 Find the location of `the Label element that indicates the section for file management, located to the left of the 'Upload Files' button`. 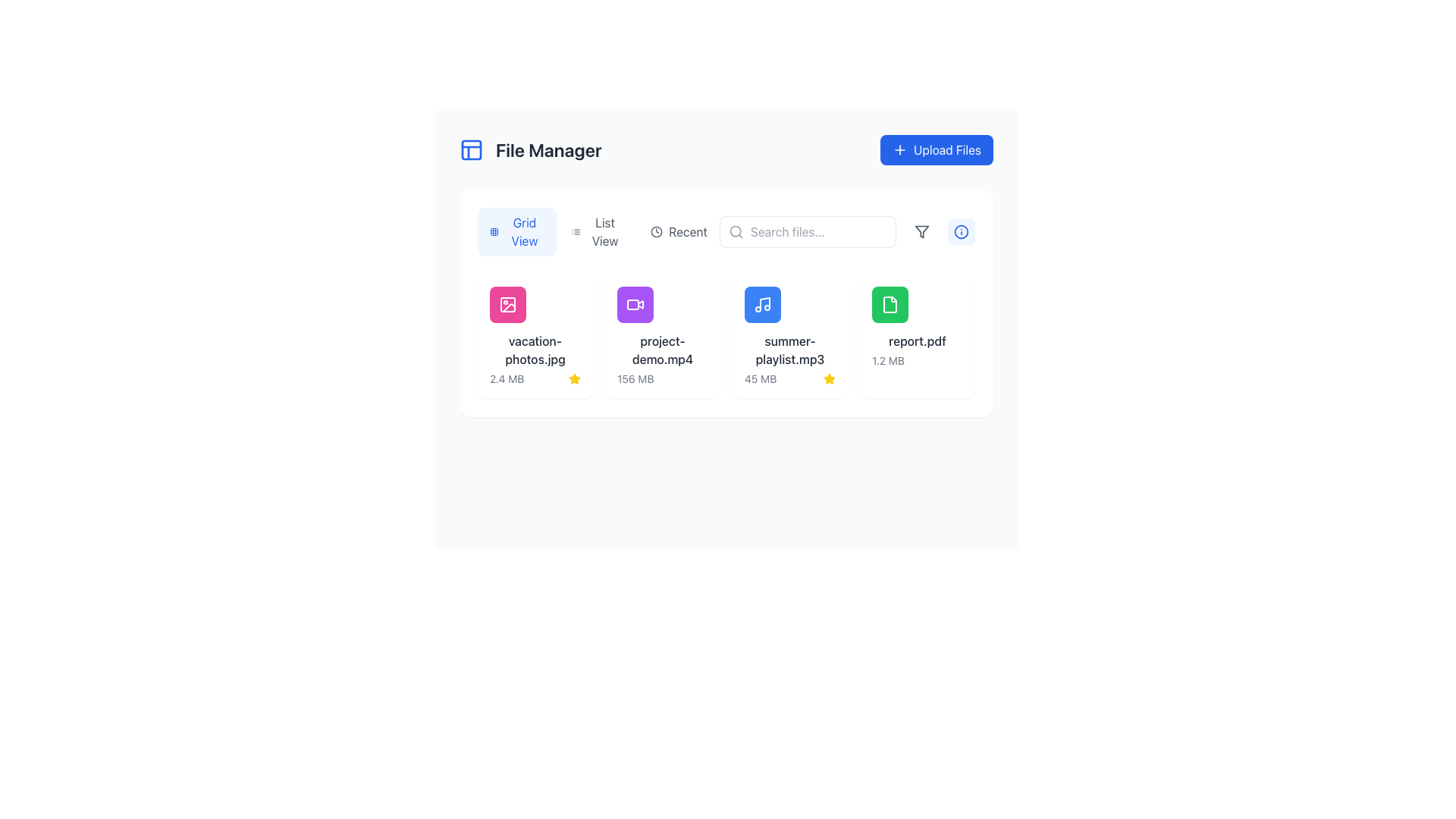

the Label element that indicates the section for file management, located to the left of the 'Upload Files' button is located at coordinates (530, 149).